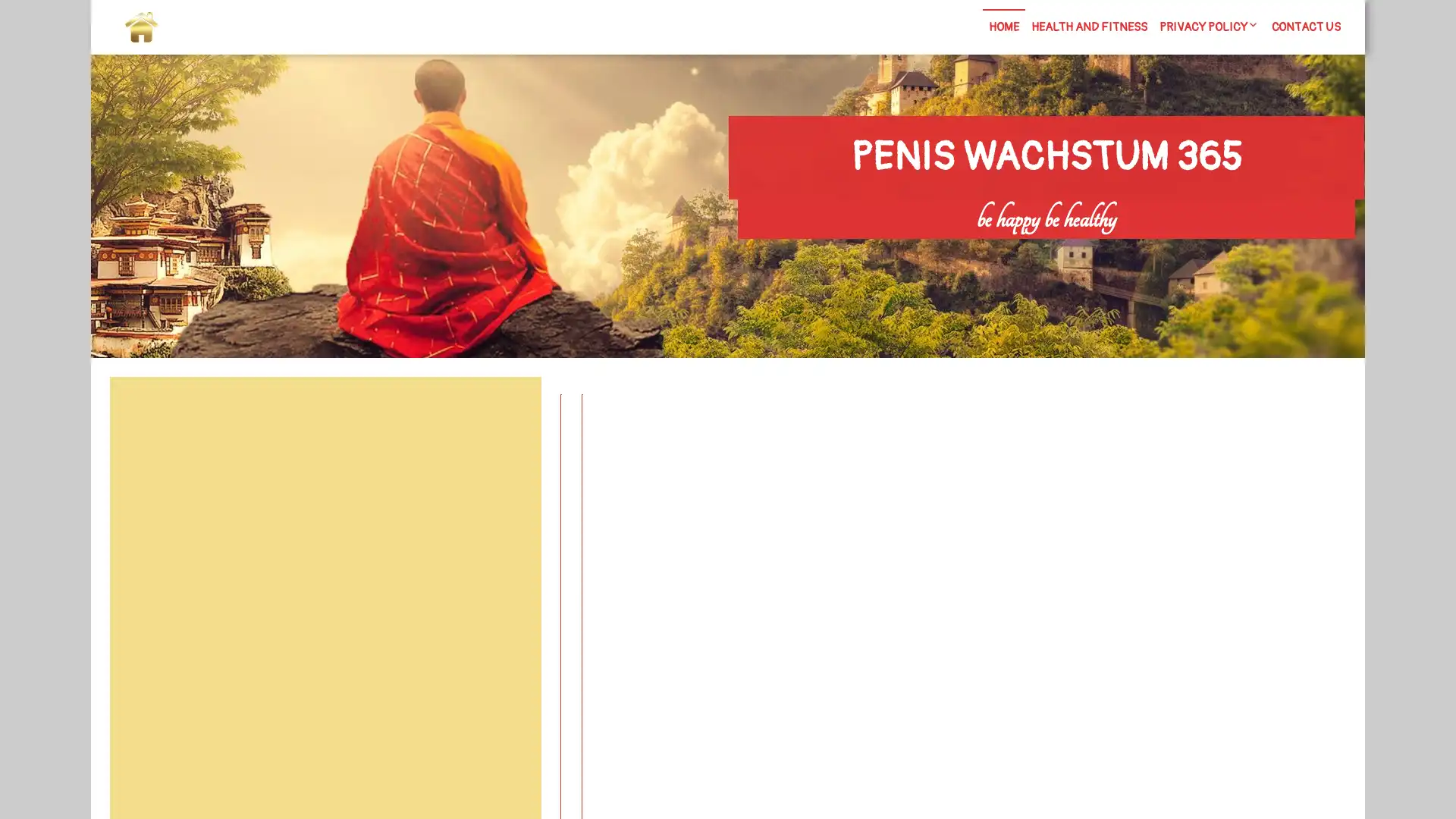 This screenshot has height=819, width=1456. I want to click on Search, so click(506, 413).